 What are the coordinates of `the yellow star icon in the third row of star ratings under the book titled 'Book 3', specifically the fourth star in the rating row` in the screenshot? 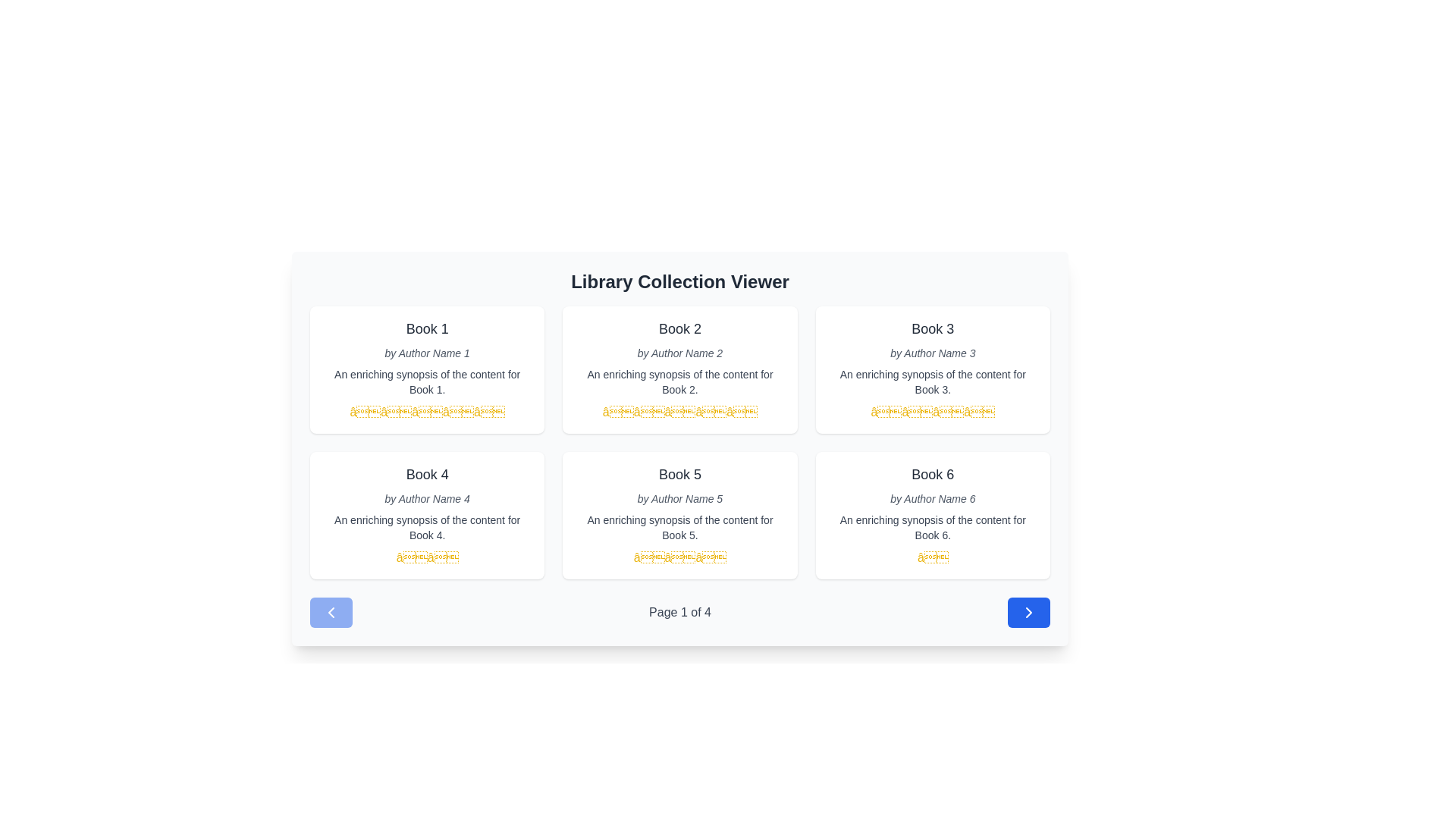 It's located at (979, 412).